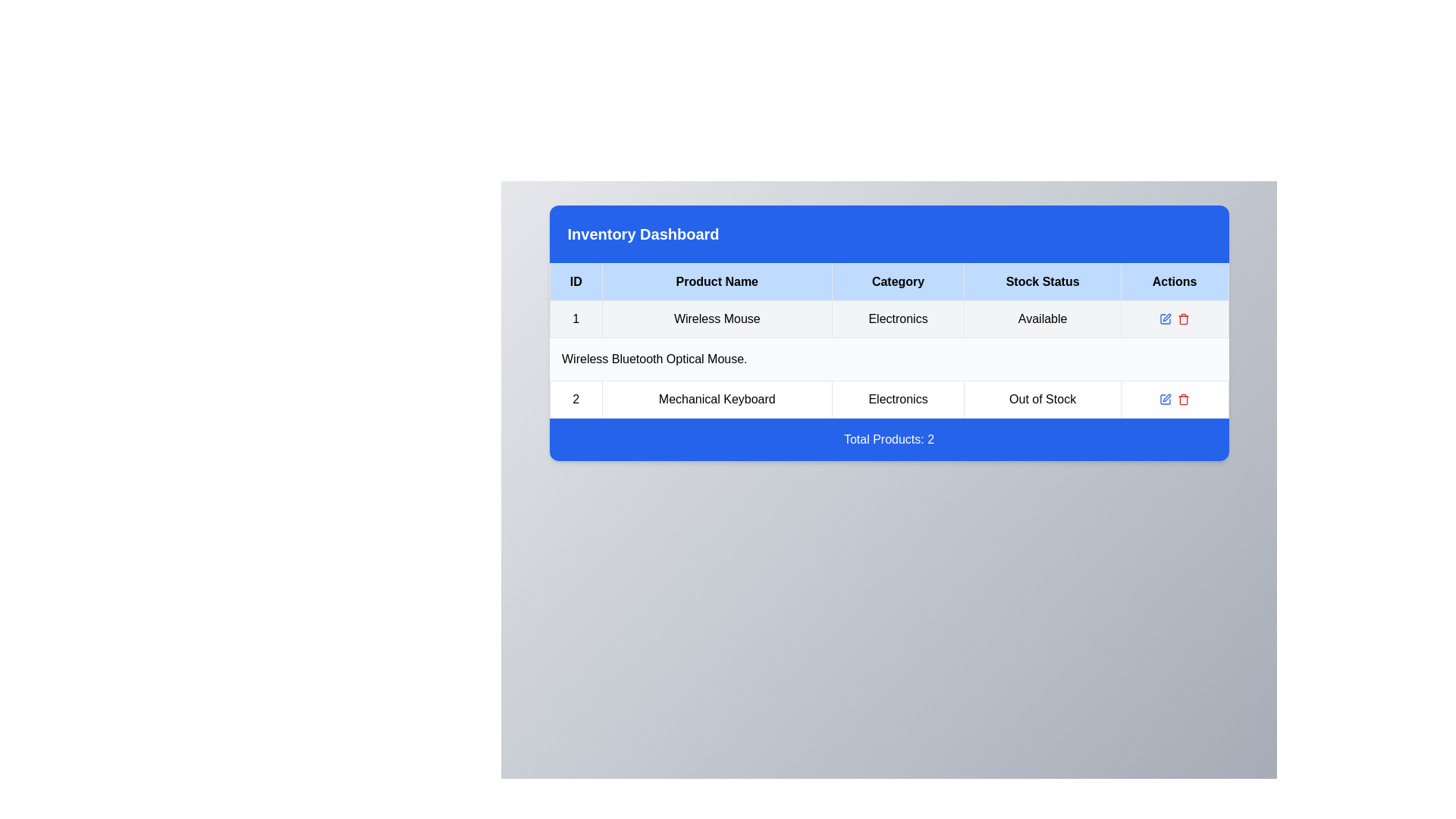  What do you see at coordinates (889, 281) in the screenshot?
I see `column names displayed in the header row of the table, which categorizes the data in the subsequent rows` at bounding box center [889, 281].